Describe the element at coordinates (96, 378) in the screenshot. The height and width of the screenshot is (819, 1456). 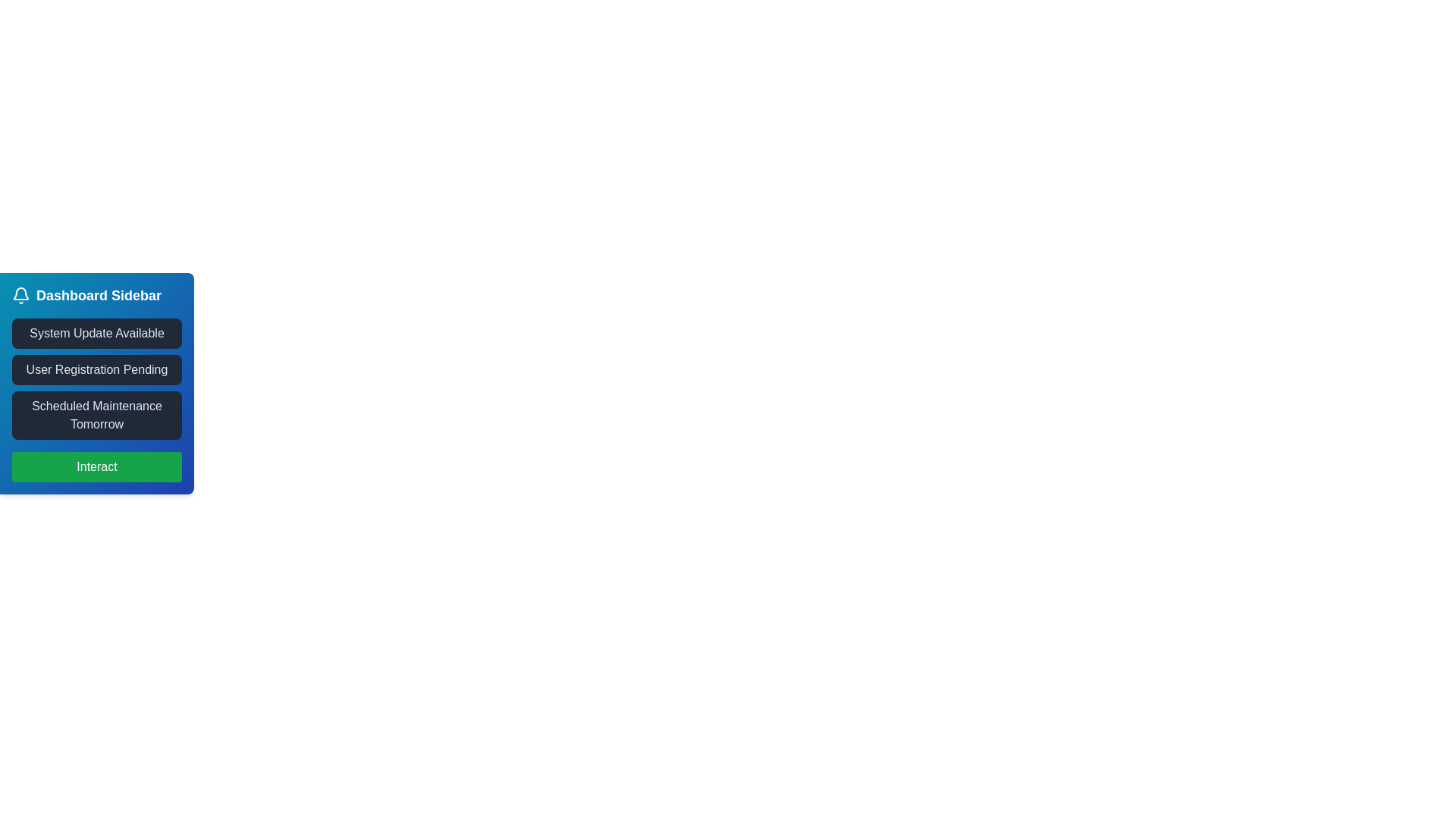
I see `the Static Text Display element titled 'User Registration Pending', which is positioned in the Dashboard Sidebar, between 'System Update Available' and 'Scheduled Maintenance Tomorrow'` at that location.